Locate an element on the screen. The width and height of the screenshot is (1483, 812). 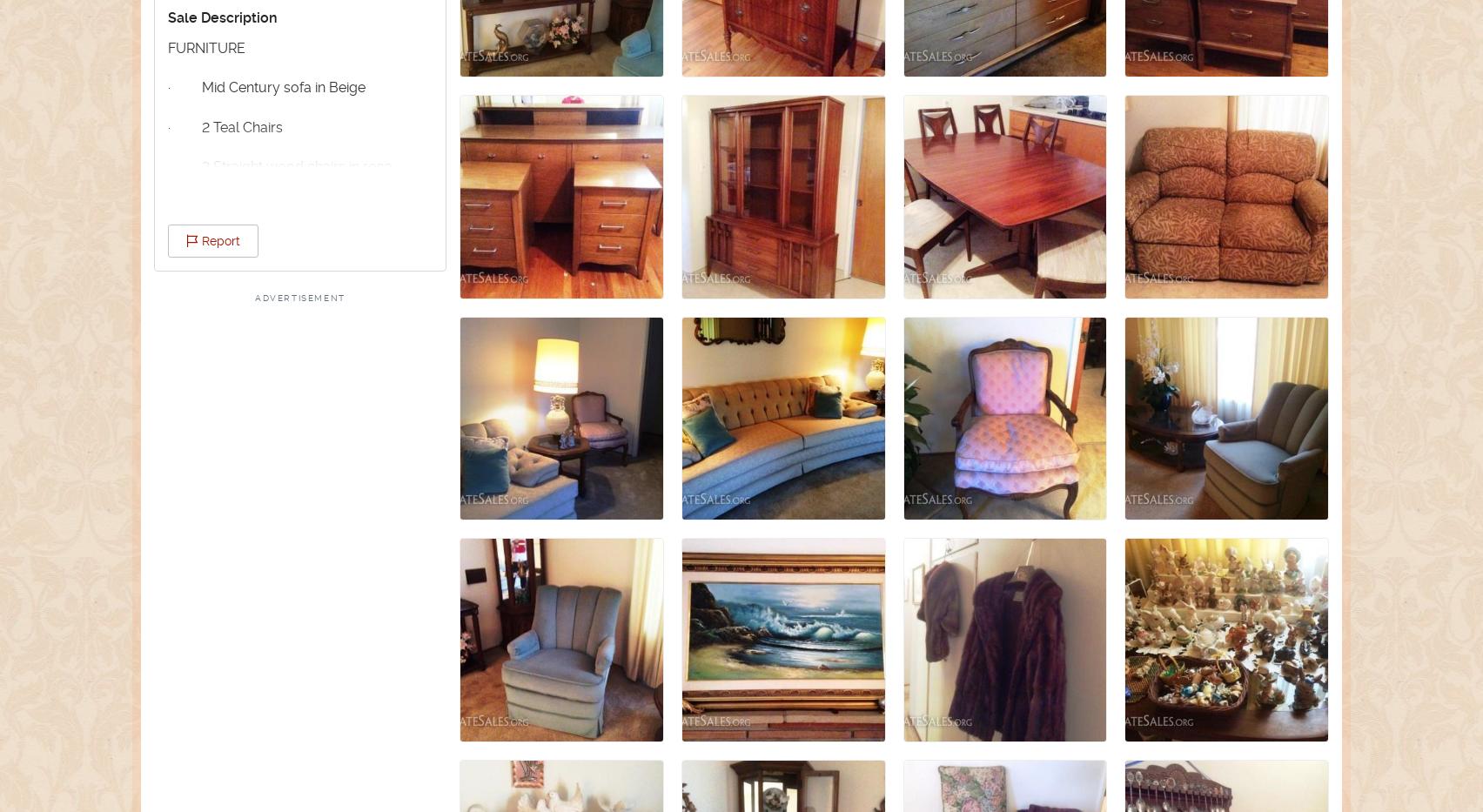
'·         Vintage kitchen table with 2 chairs and extension' is located at coordinates (292, 540).